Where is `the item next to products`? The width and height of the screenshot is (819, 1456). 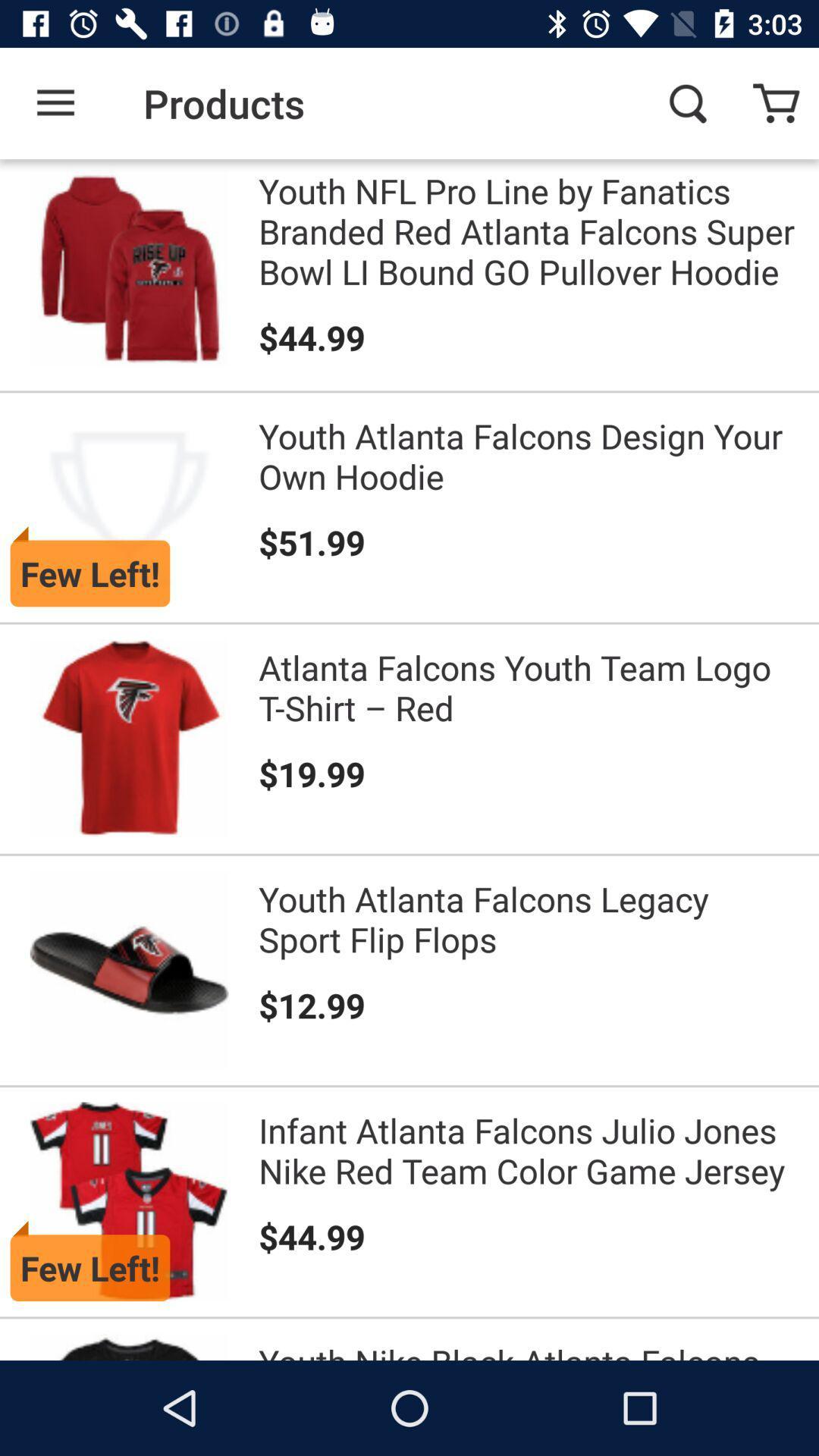 the item next to products is located at coordinates (687, 102).